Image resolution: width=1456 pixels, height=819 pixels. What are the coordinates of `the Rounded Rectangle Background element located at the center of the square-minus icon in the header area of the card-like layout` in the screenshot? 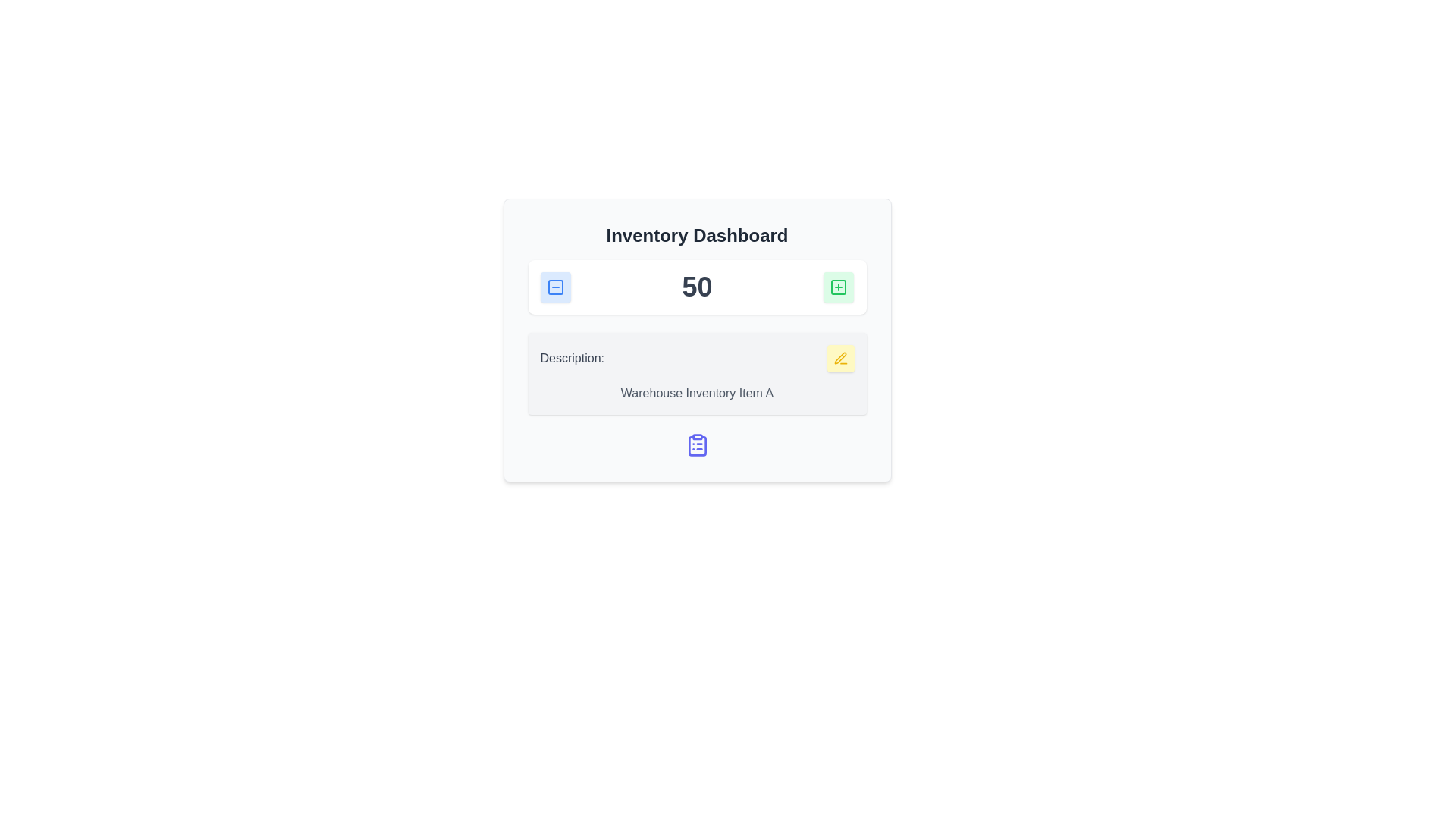 It's located at (554, 287).